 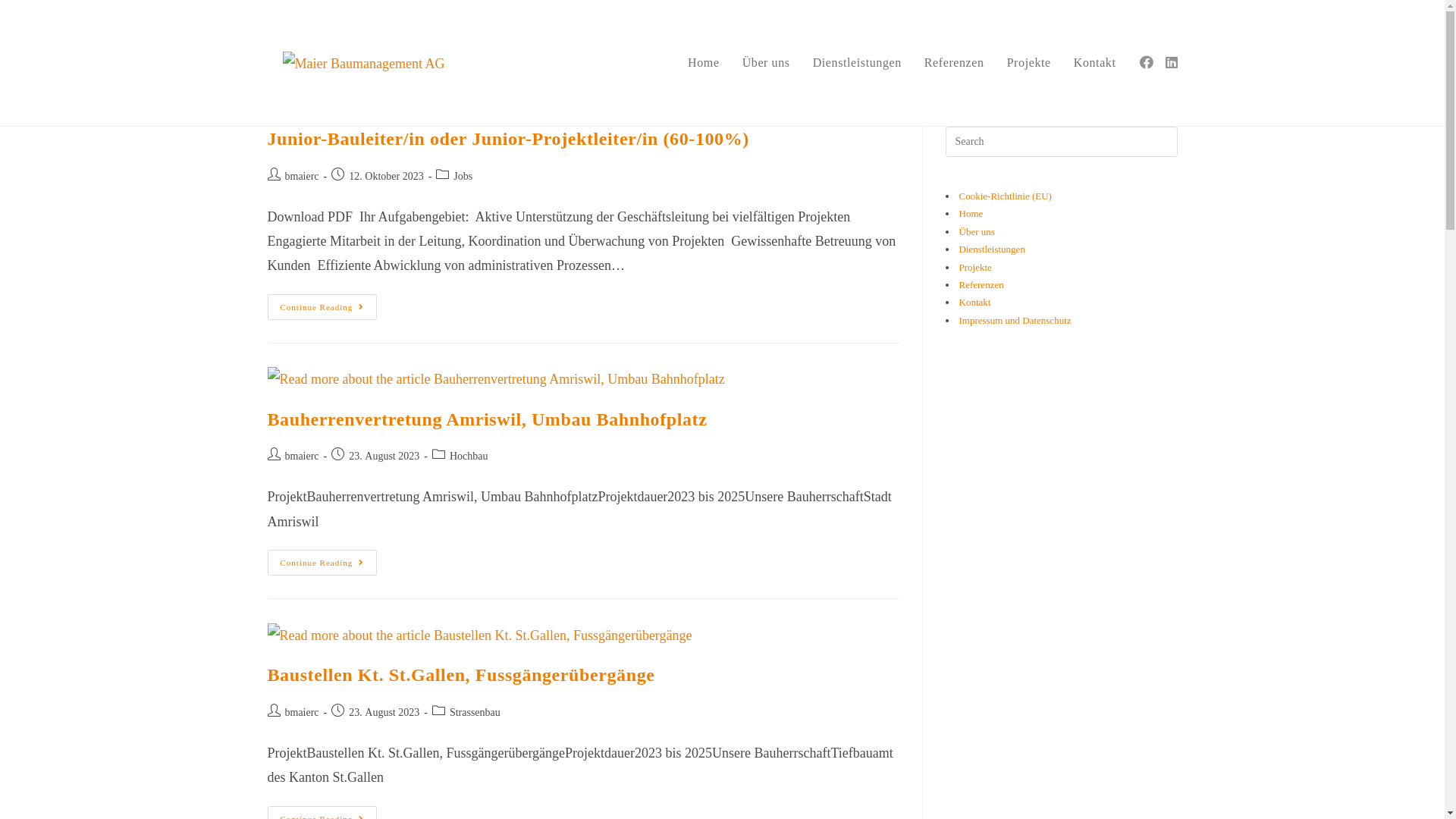 What do you see at coordinates (302, 455) in the screenshot?
I see `'bmaierc'` at bounding box center [302, 455].